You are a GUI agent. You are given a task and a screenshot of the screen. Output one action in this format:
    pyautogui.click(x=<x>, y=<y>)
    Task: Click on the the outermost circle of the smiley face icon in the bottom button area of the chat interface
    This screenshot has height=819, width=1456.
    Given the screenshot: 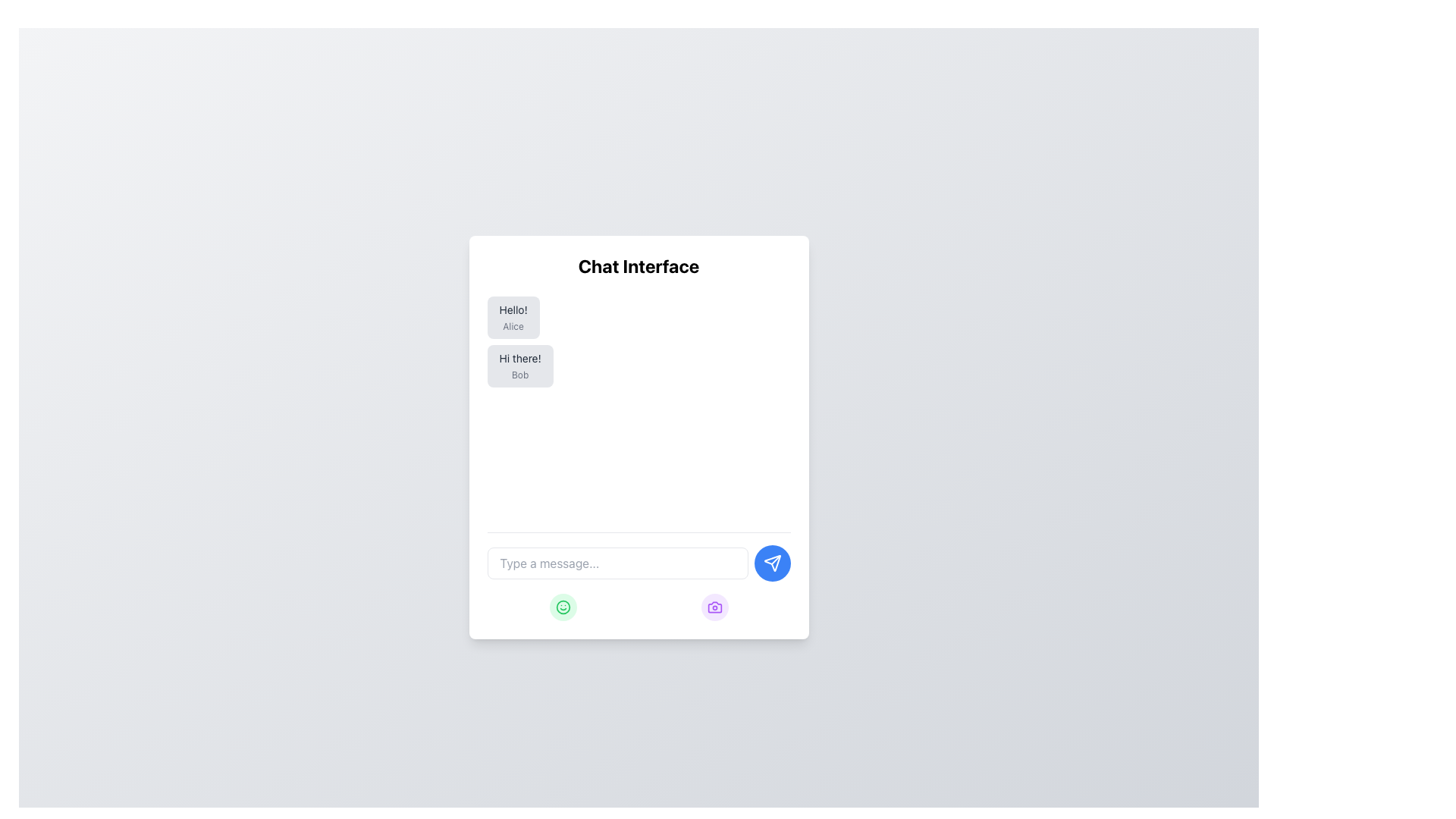 What is the action you would take?
    pyautogui.click(x=562, y=607)
    